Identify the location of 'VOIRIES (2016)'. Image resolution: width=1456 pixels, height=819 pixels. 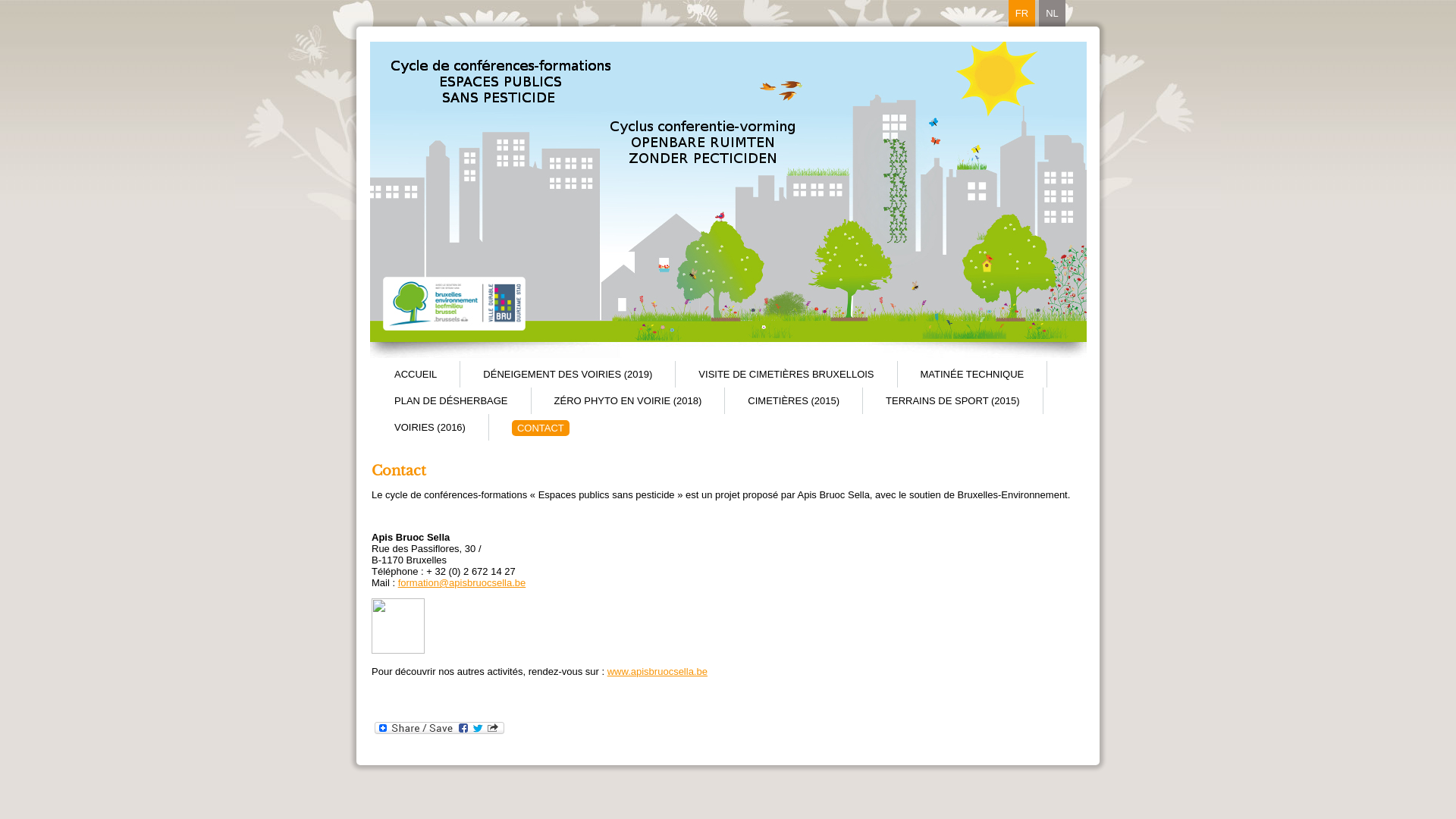
(428, 427).